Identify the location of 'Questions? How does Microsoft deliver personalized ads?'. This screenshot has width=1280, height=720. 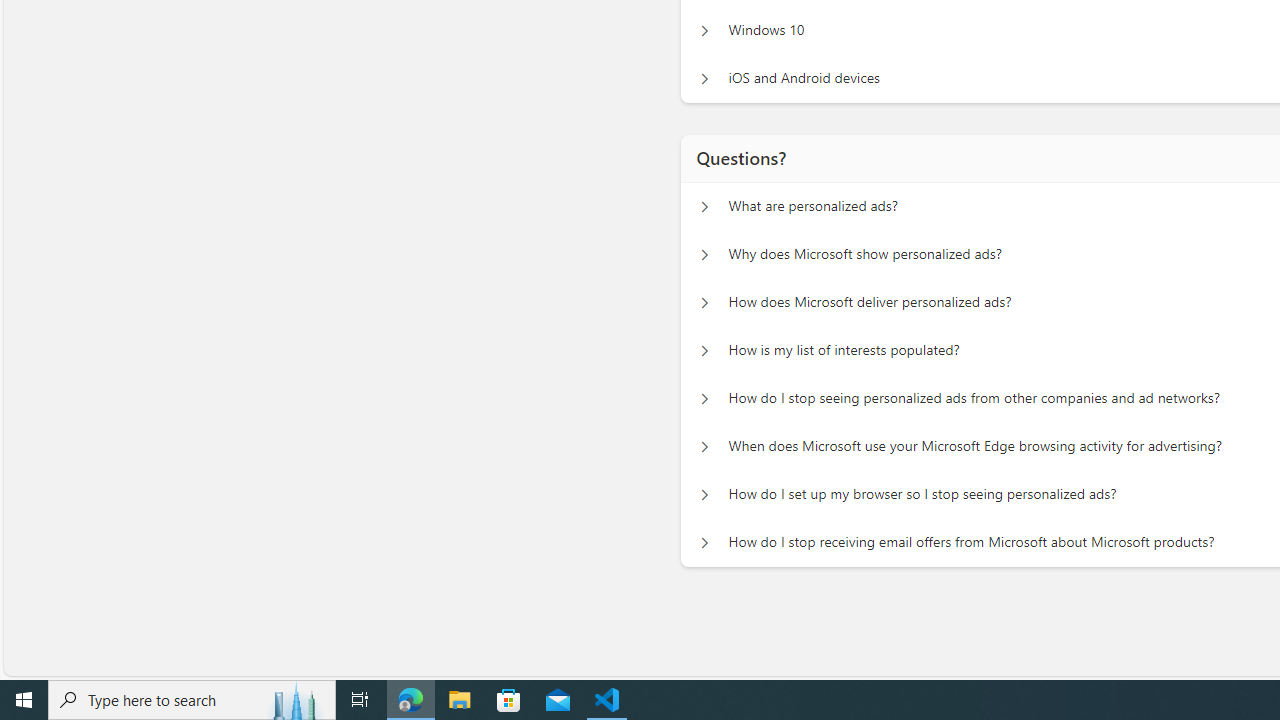
(704, 303).